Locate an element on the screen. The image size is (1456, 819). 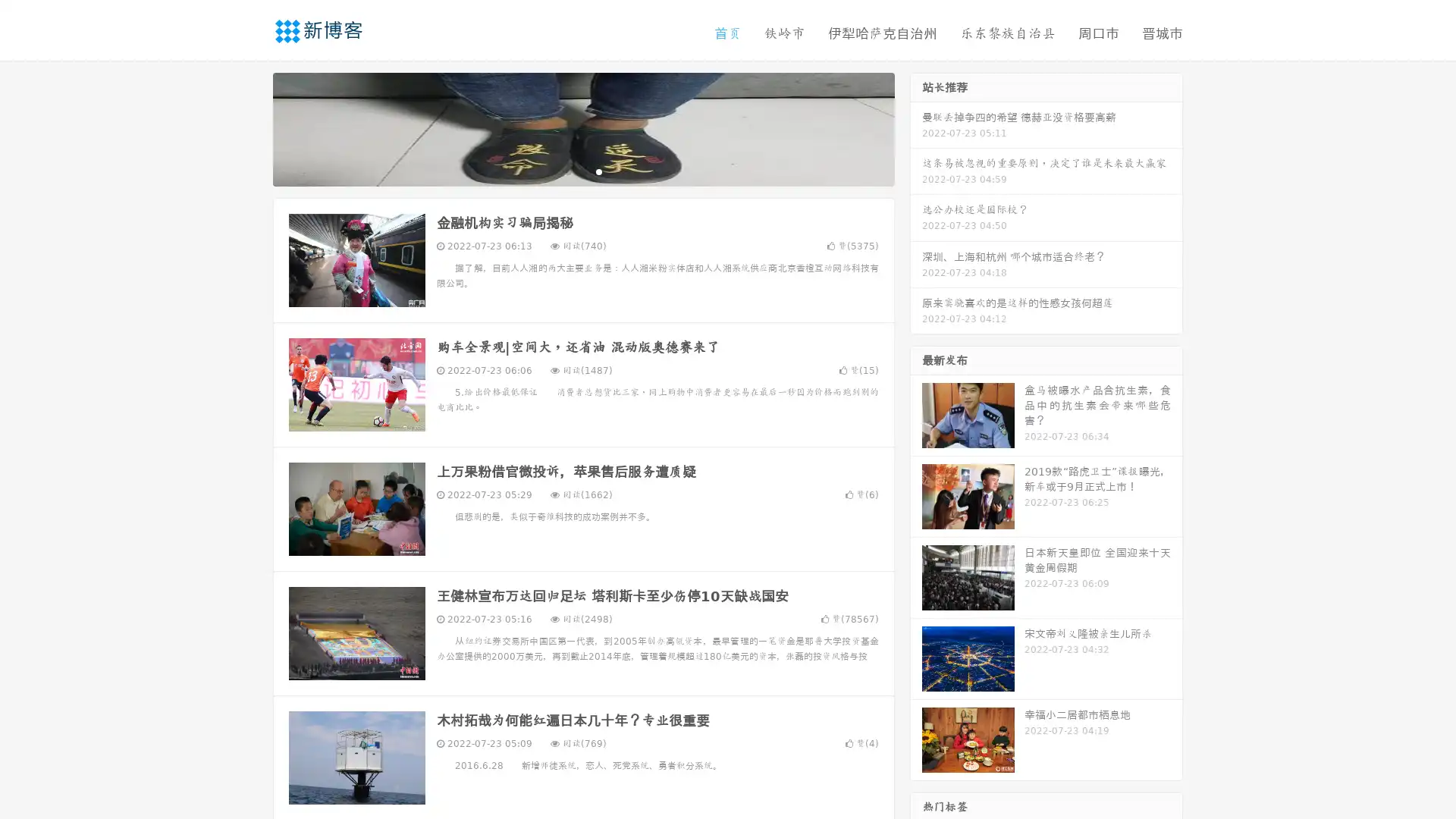
Next slide is located at coordinates (916, 127).